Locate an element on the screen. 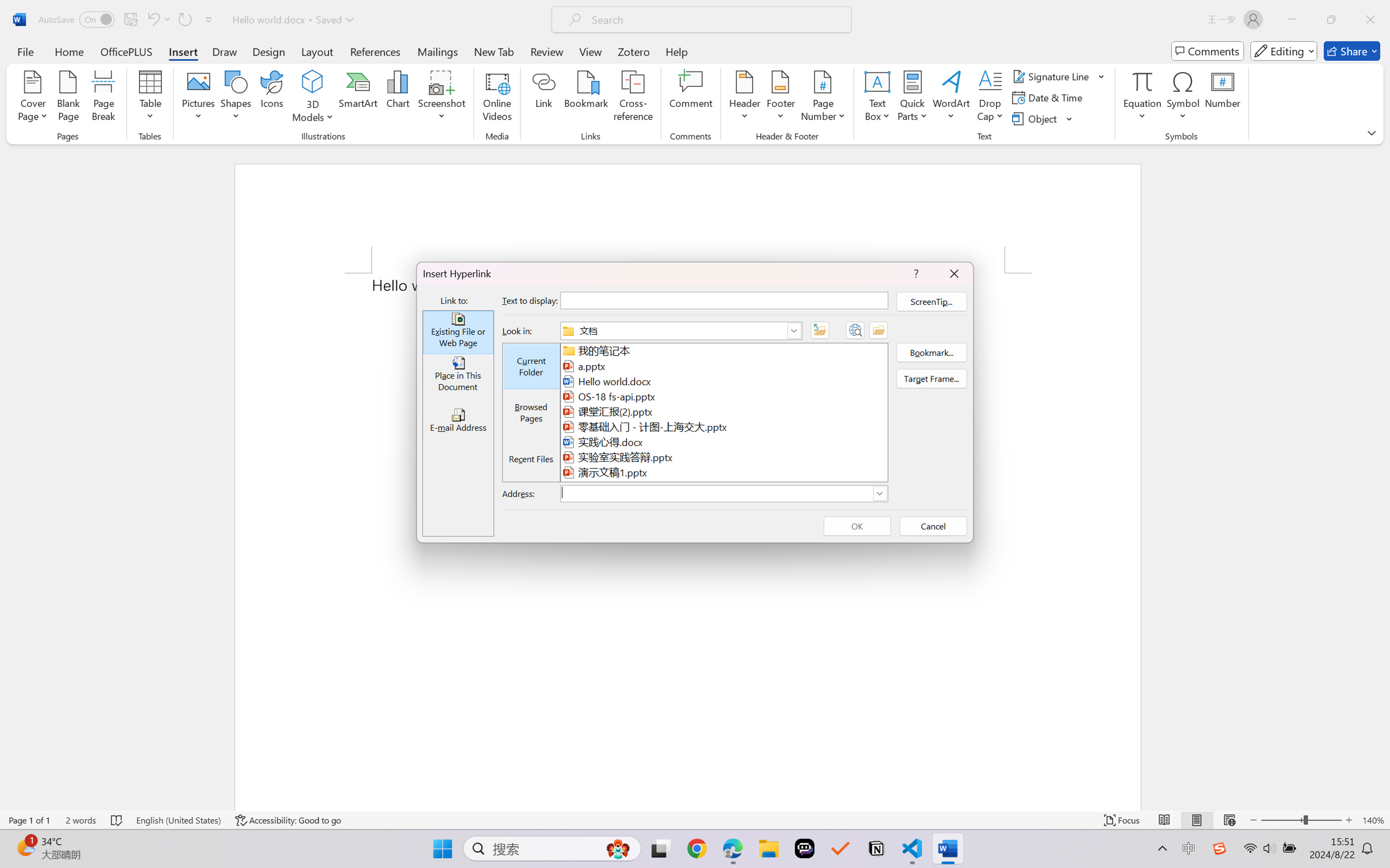 The image size is (1390, 868). 'Current Folder' is located at coordinates (531, 367).